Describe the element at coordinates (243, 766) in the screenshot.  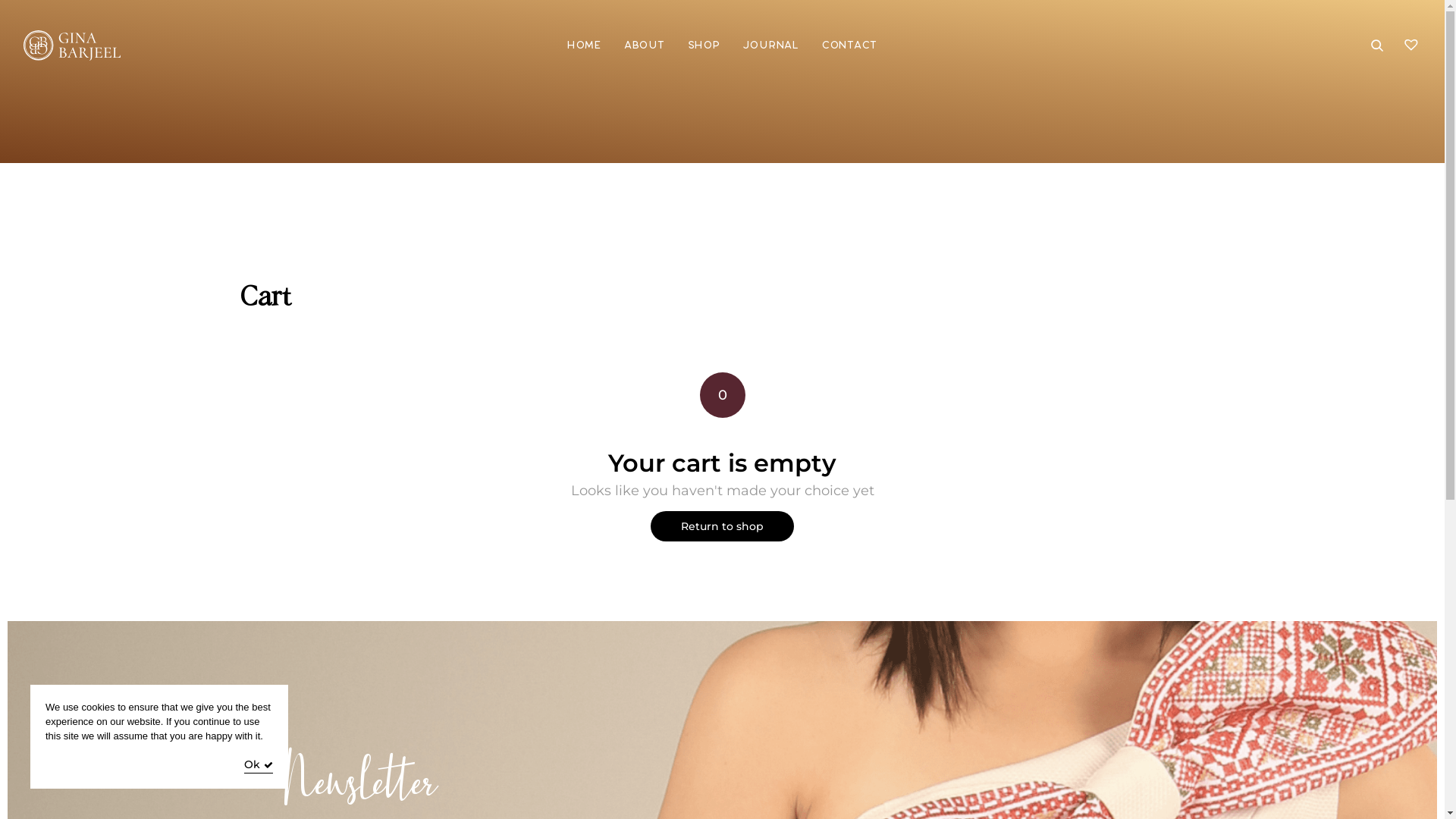
I see `'Ok'` at that location.